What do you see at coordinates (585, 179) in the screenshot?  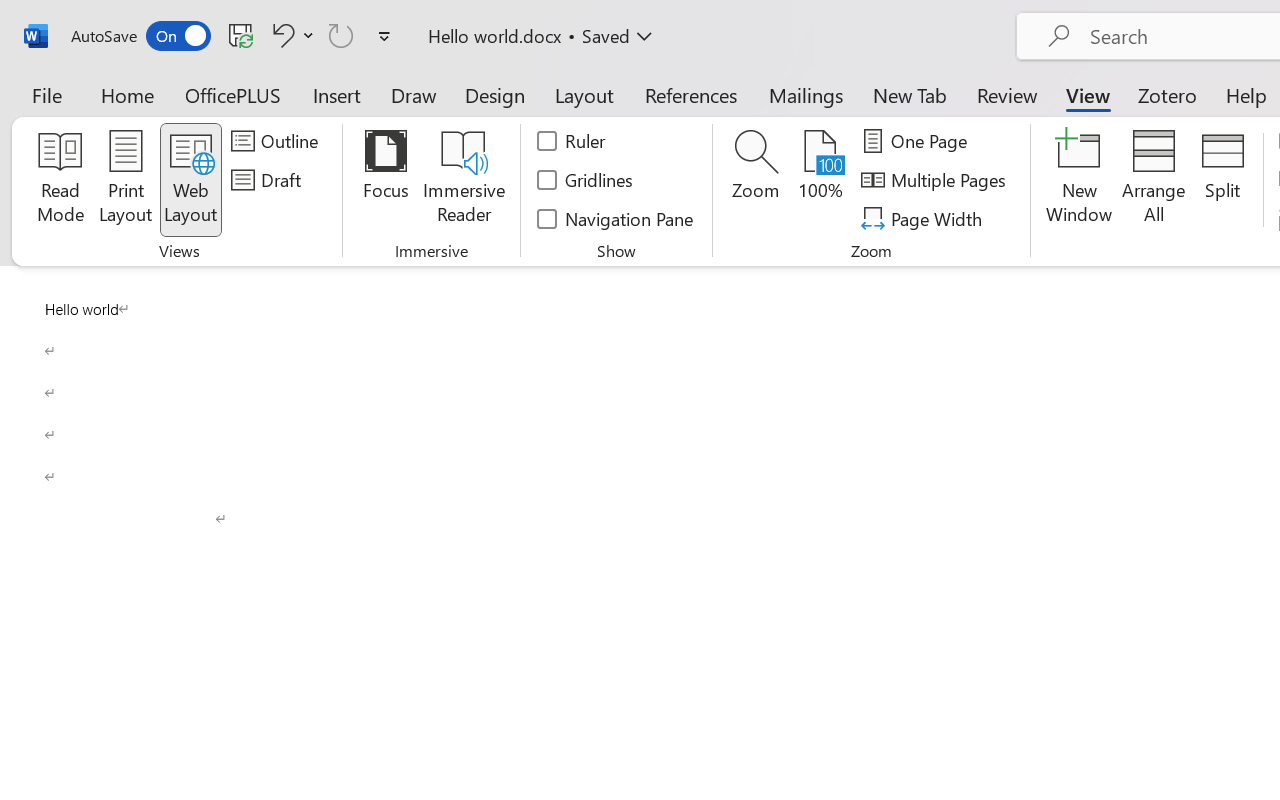 I see `'Gridlines'` at bounding box center [585, 179].